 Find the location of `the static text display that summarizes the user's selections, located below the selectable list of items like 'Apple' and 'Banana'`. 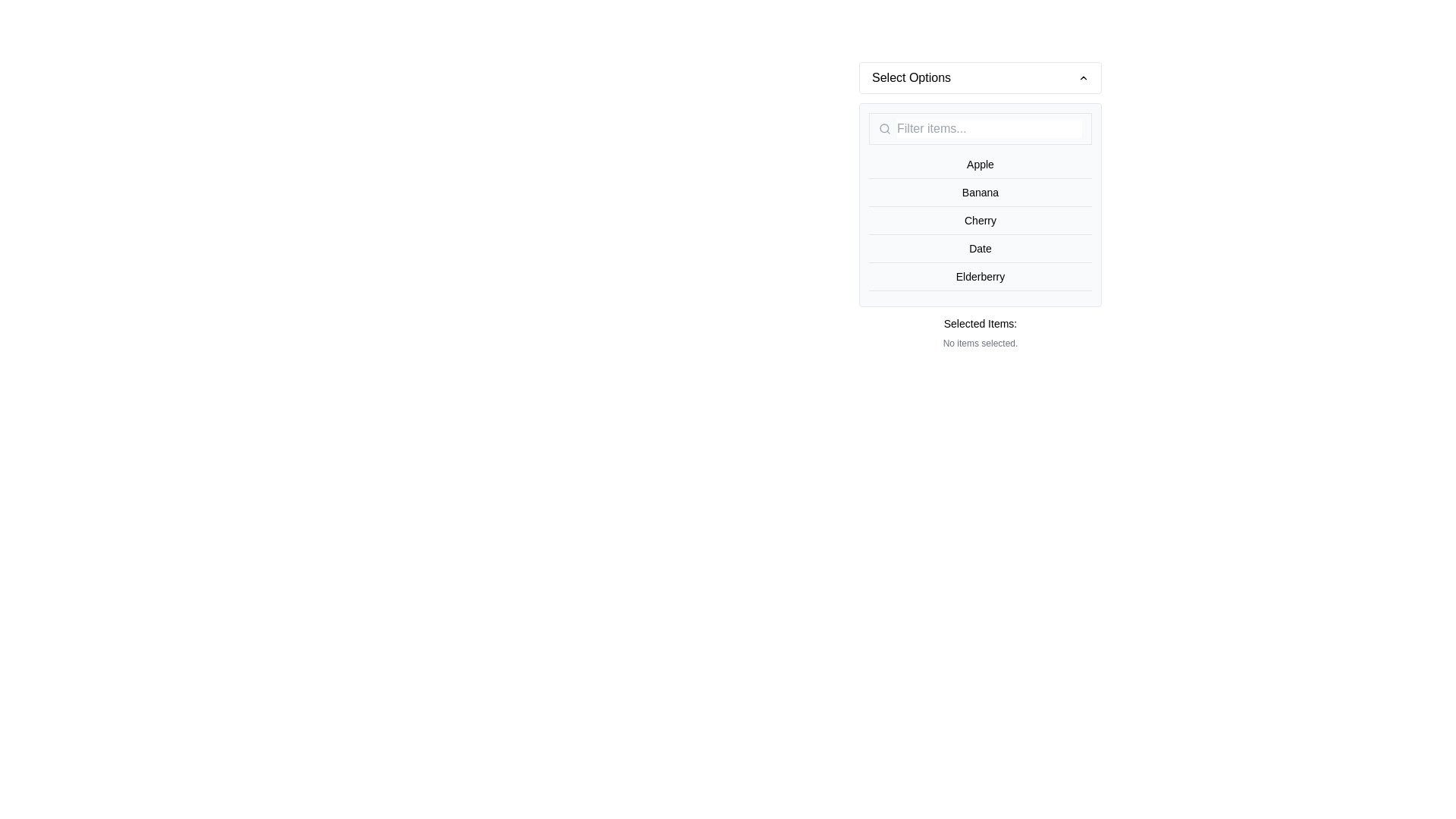

the static text display that summarizes the user's selections, located below the selectable list of items like 'Apple' and 'Banana' is located at coordinates (980, 332).